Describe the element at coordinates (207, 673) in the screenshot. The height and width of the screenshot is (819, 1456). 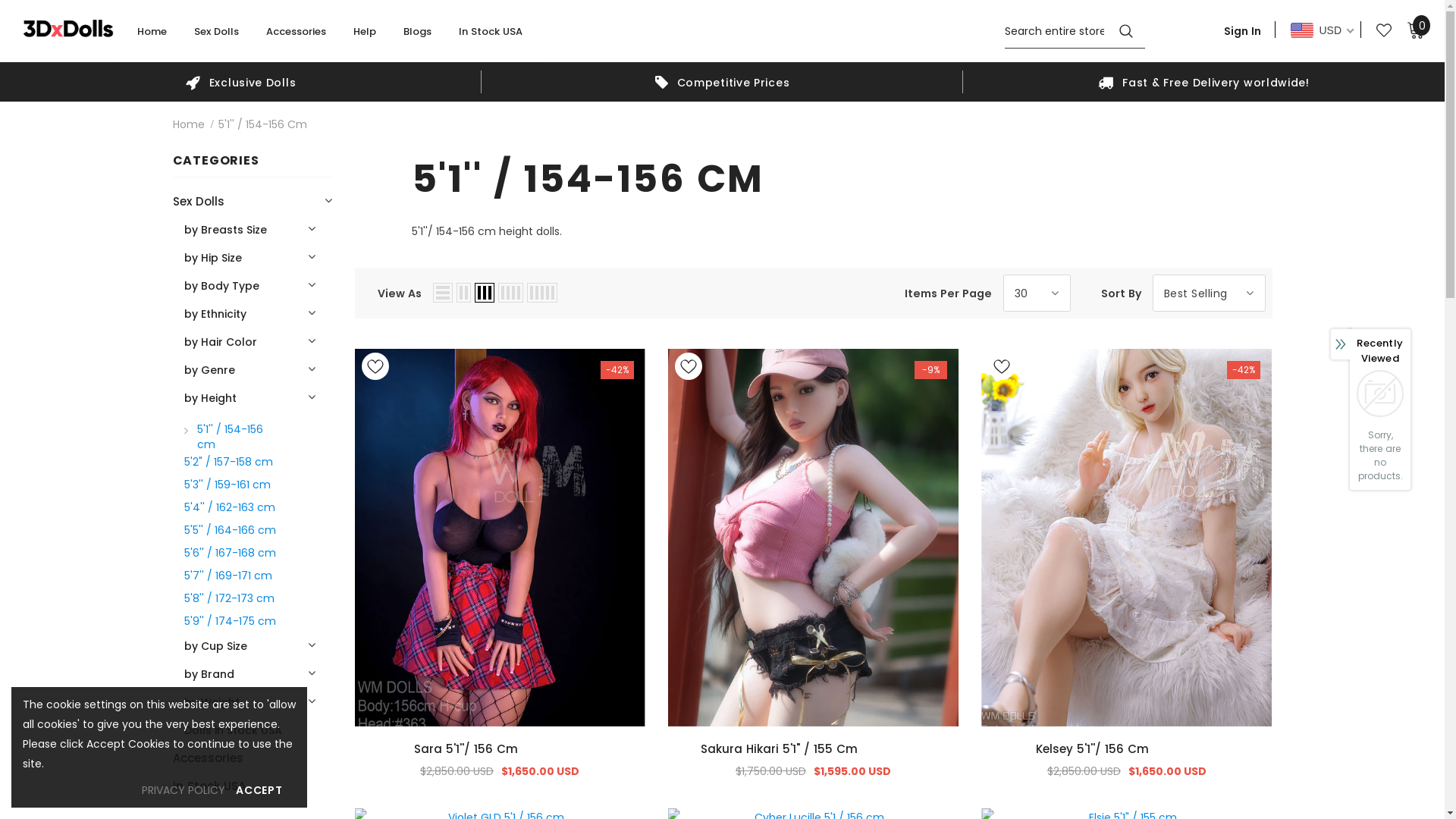
I see `'by Brand'` at that location.